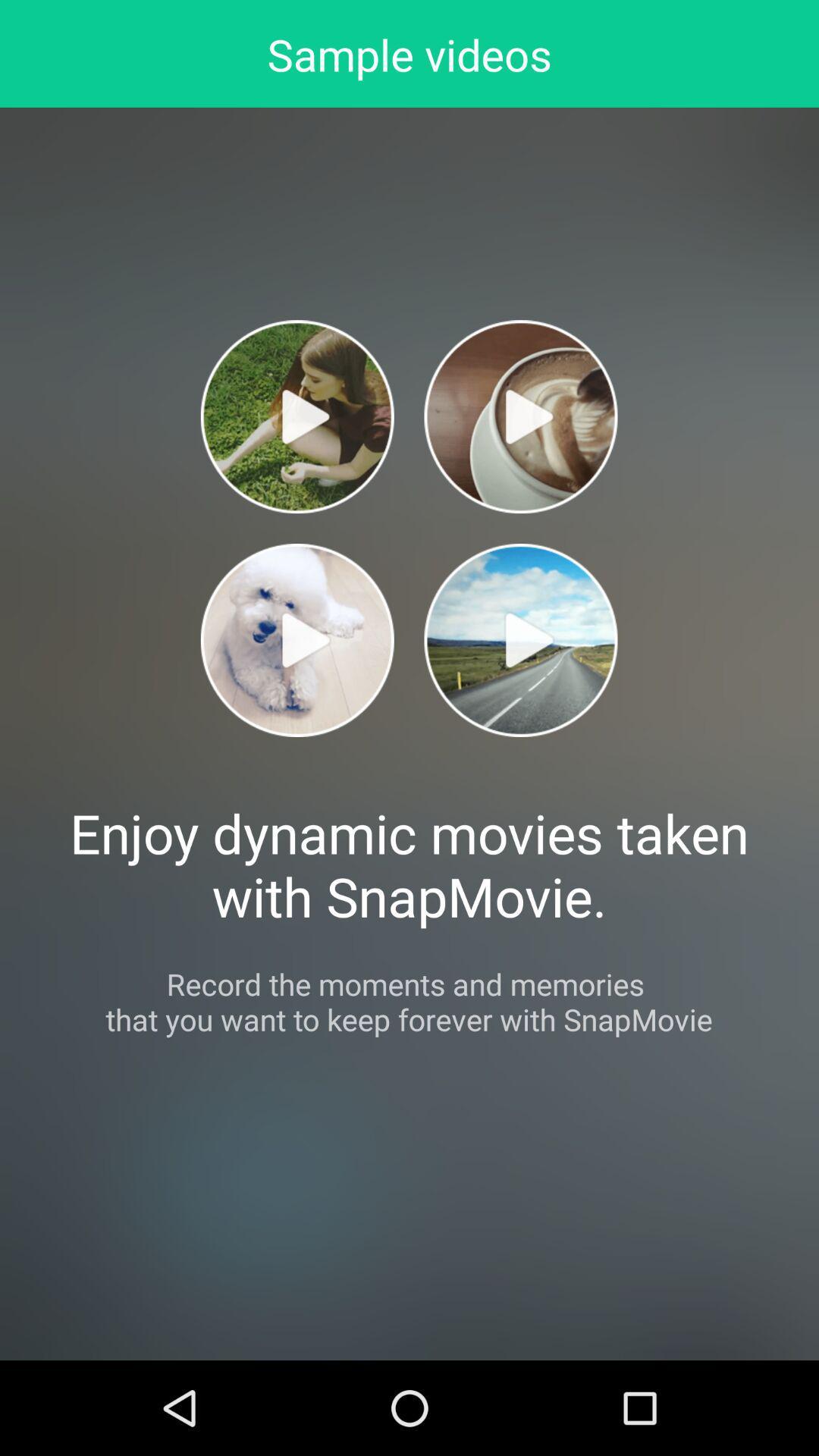 The height and width of the screenshot is (1456, 819). Describe the element at coordinates (297, 640) in the screenshot. I see `this video` at that location.